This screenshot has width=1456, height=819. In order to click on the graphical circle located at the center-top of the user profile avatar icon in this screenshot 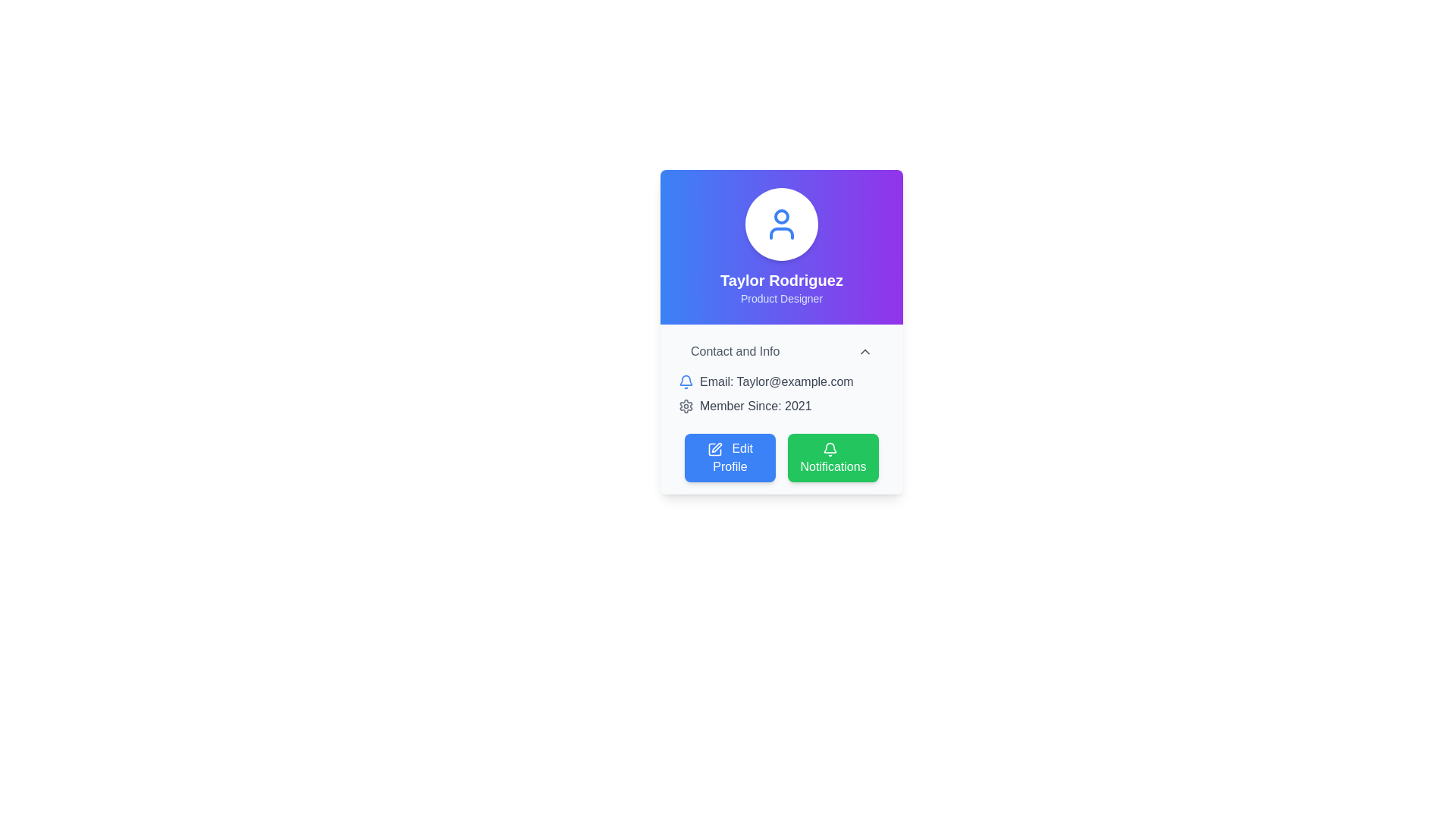, I will do `click(782, 216)`.